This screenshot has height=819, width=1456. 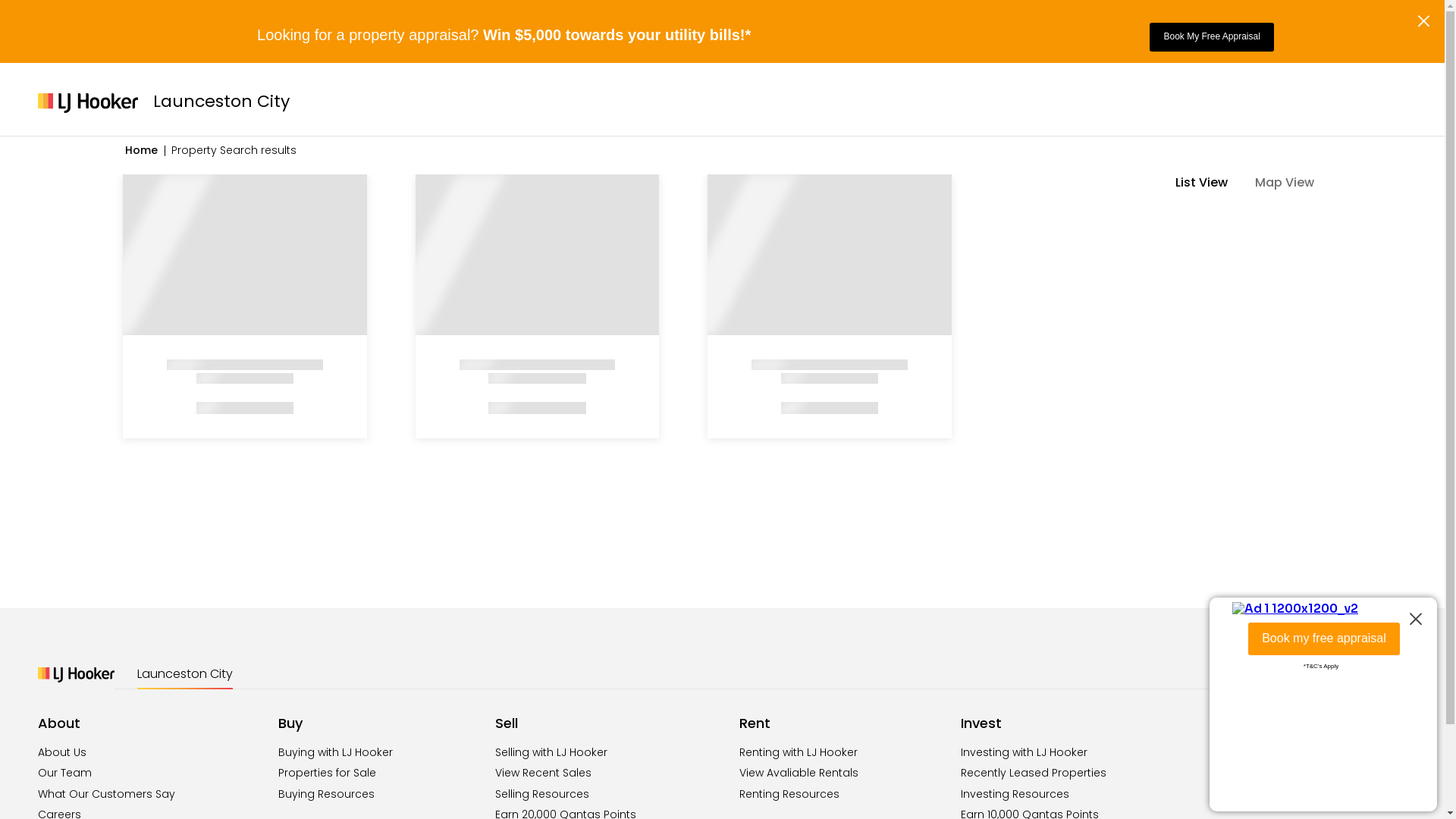 What do you see at coordinates (124, 149) in the screenshot?
I see `'Home'` at bounding box center [124, 149].